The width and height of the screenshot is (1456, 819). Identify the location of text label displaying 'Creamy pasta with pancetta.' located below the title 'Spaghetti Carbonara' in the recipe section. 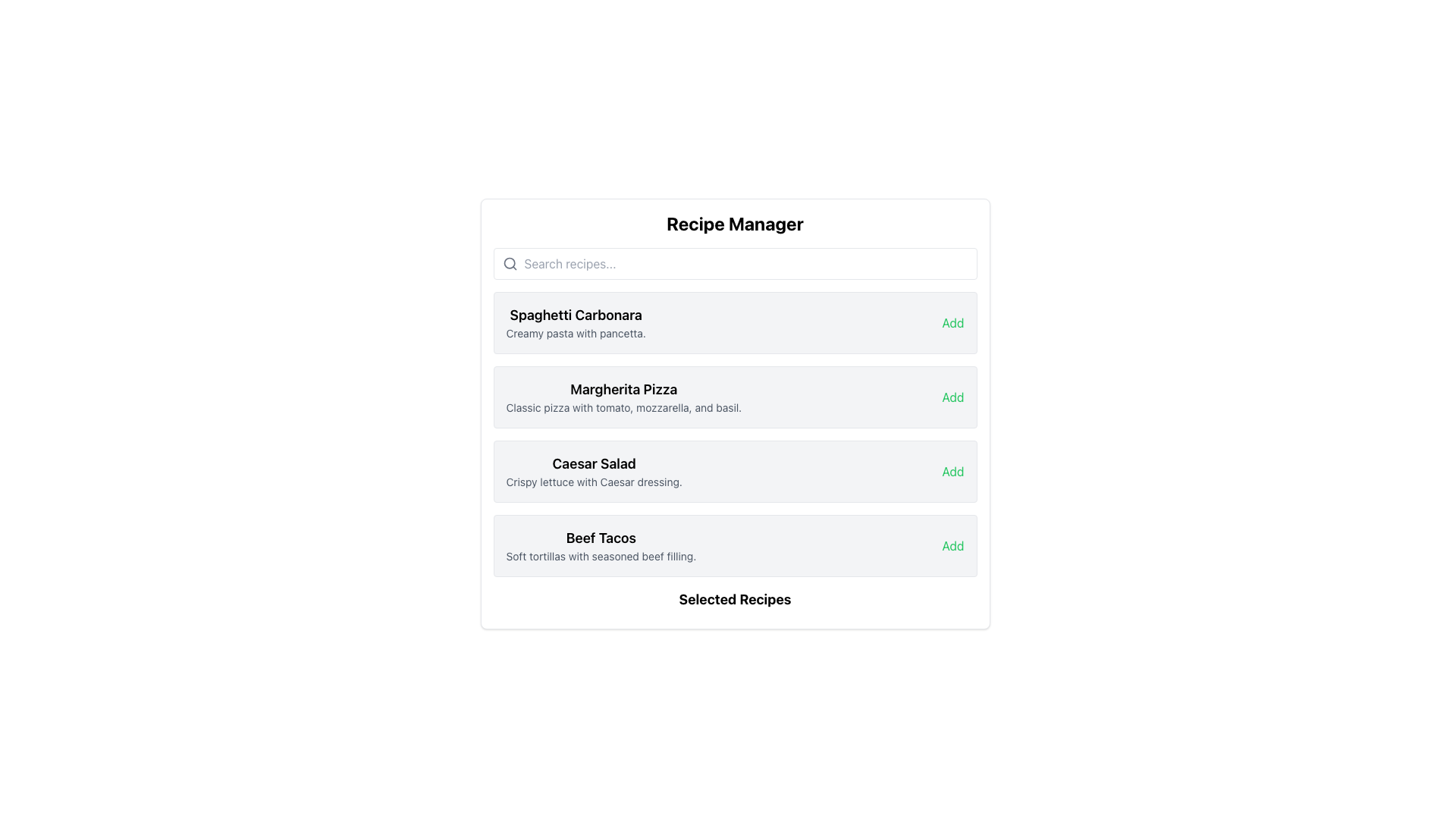
(575, 332).